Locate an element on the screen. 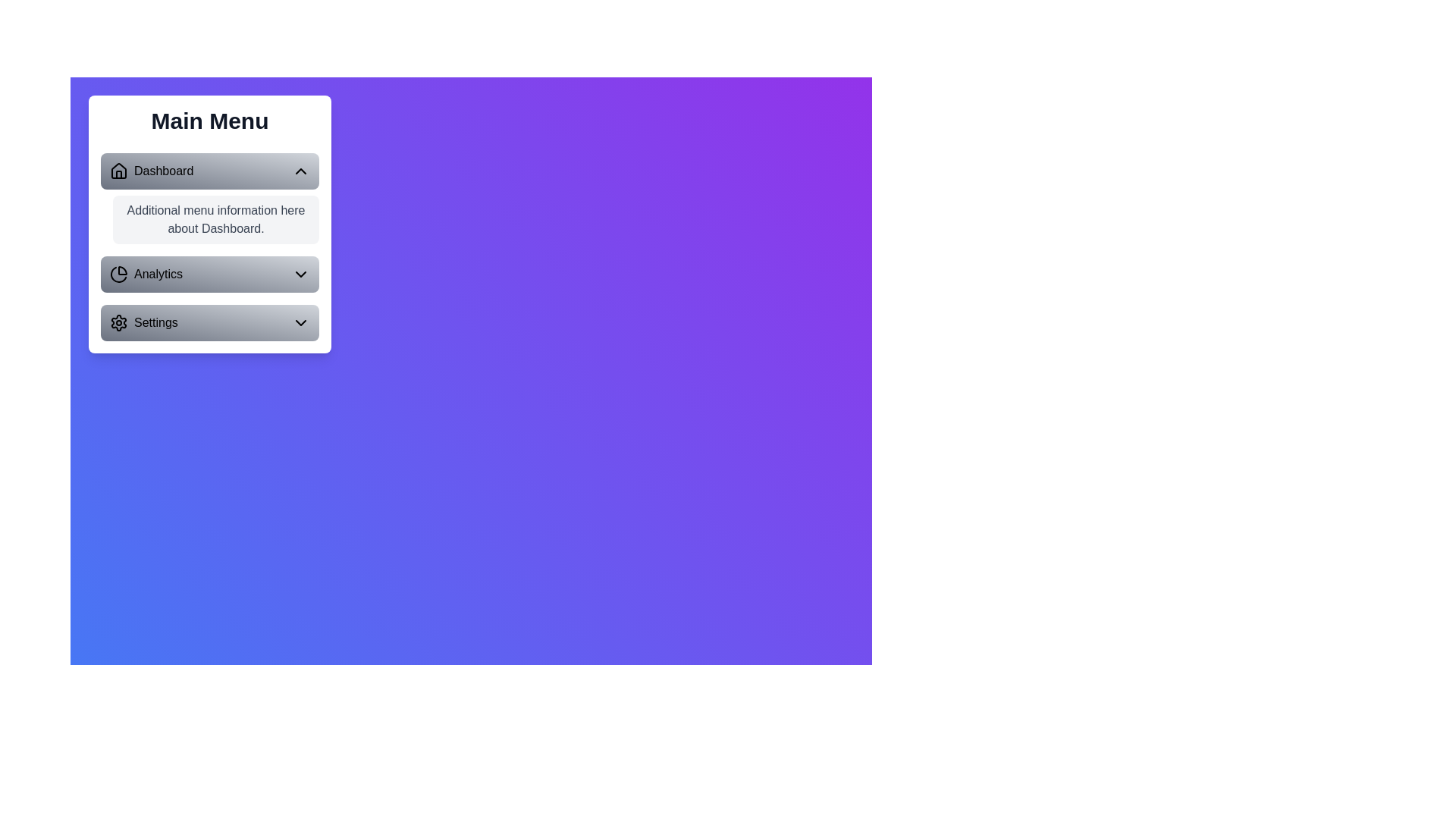  the 'Settings' text label, which is the third item in the menu located centrally in a purple background, to the right of the gear icon is located at coordinates (155, 322).